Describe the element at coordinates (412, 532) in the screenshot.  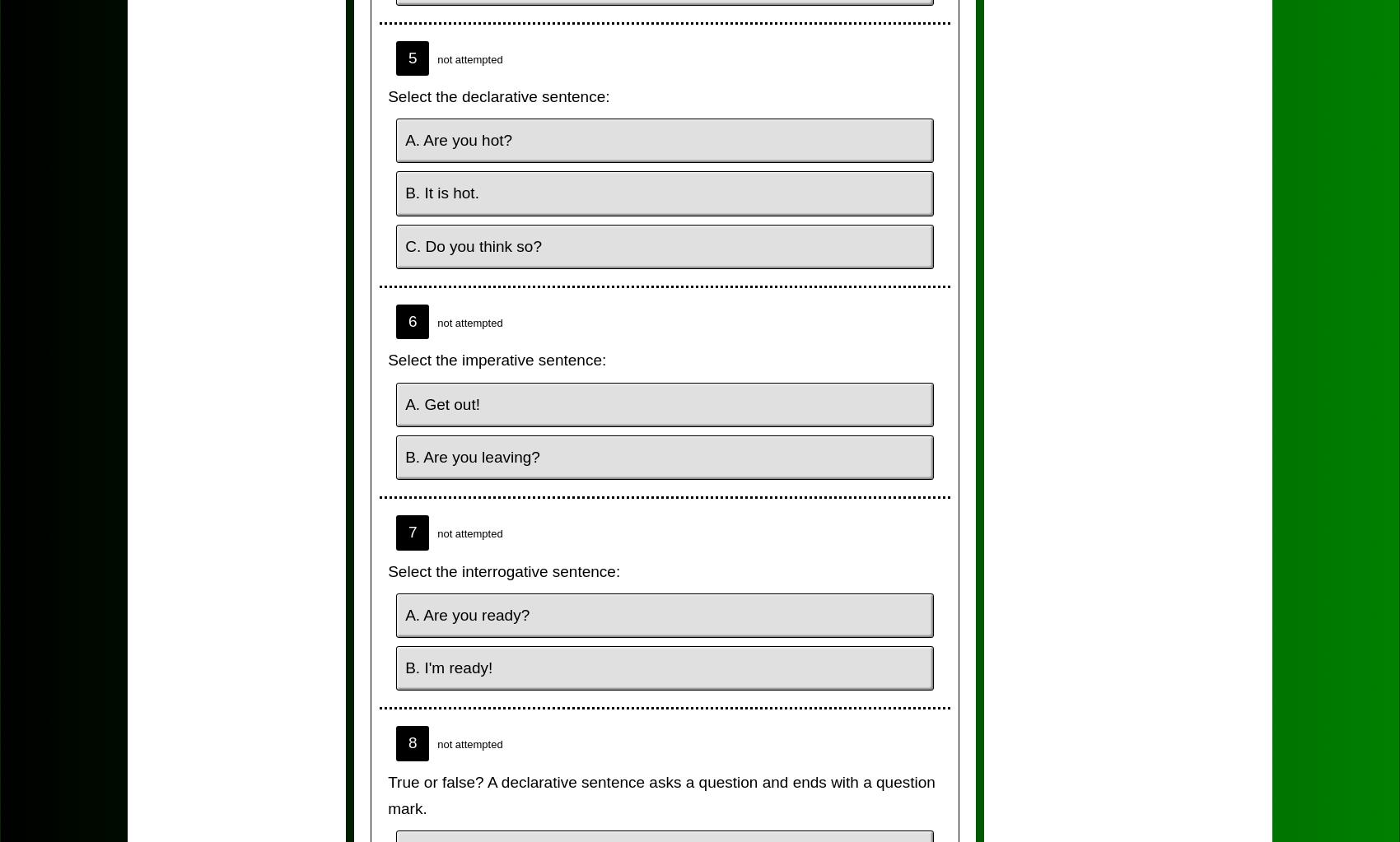
I see `'7'` at that location.